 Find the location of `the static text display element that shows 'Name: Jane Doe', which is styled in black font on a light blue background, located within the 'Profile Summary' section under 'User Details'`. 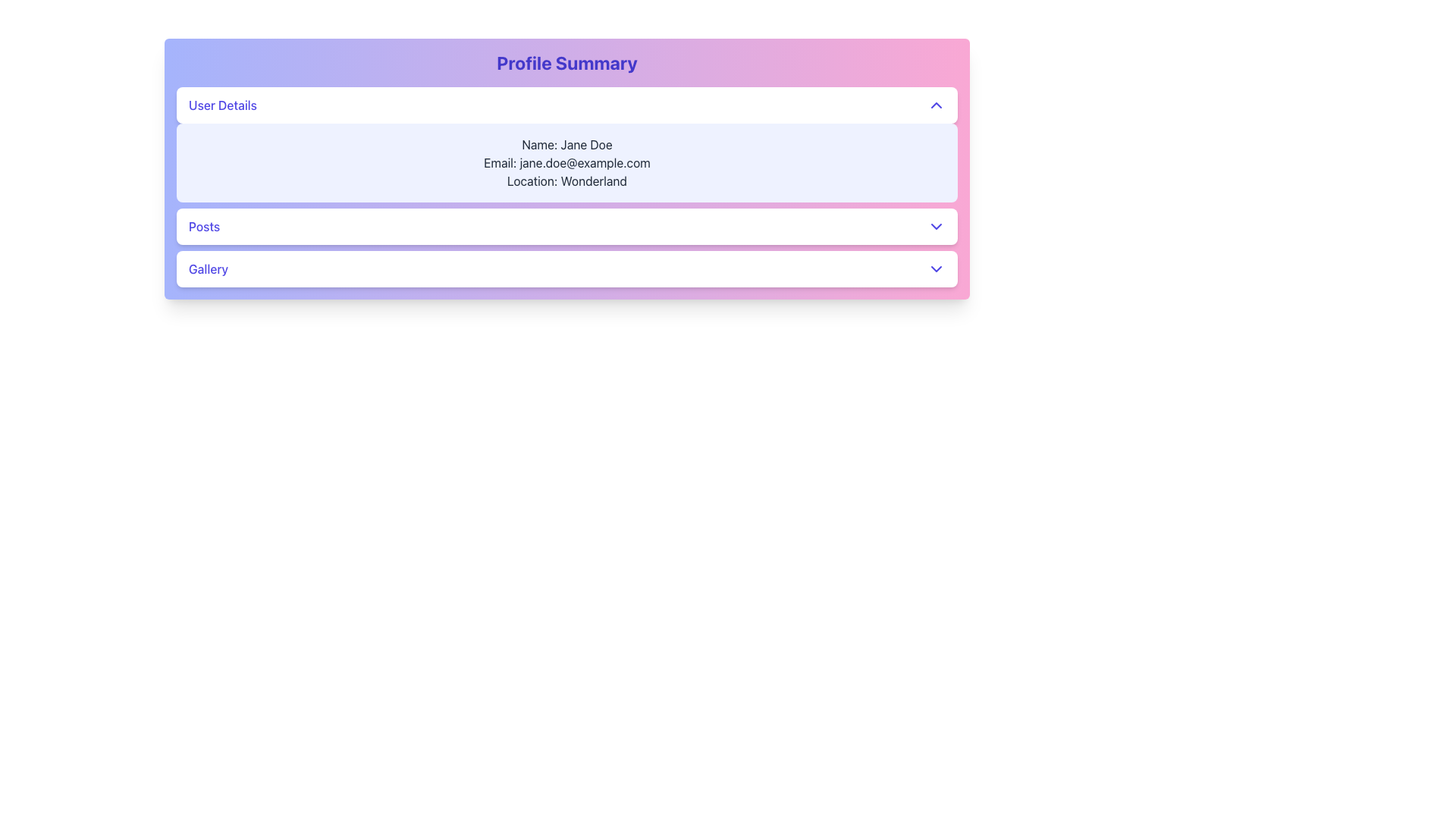

the static text display element that shows 'Name: Jane Doe', which is styled in black font on a light blue background, located within the 'Profile Summary' section under 'User Details' is located at coordinates (566, 145).